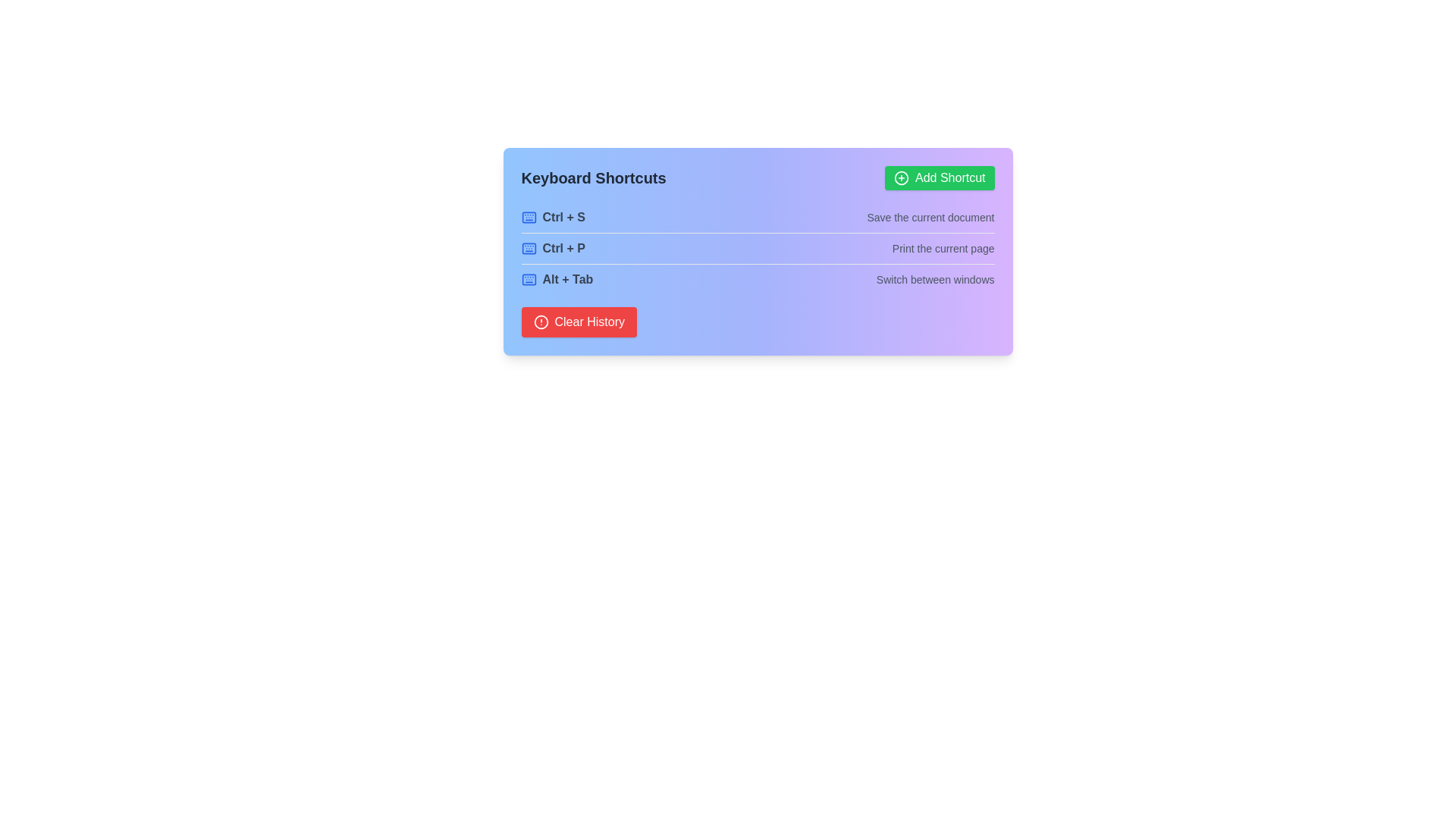 The height and width of the screenshot is (819, 1456). I want to click on the Decorative SVG component within the keyboard icon that is part of the 'Keyboard Shortcuts' section, so click(529, 280).